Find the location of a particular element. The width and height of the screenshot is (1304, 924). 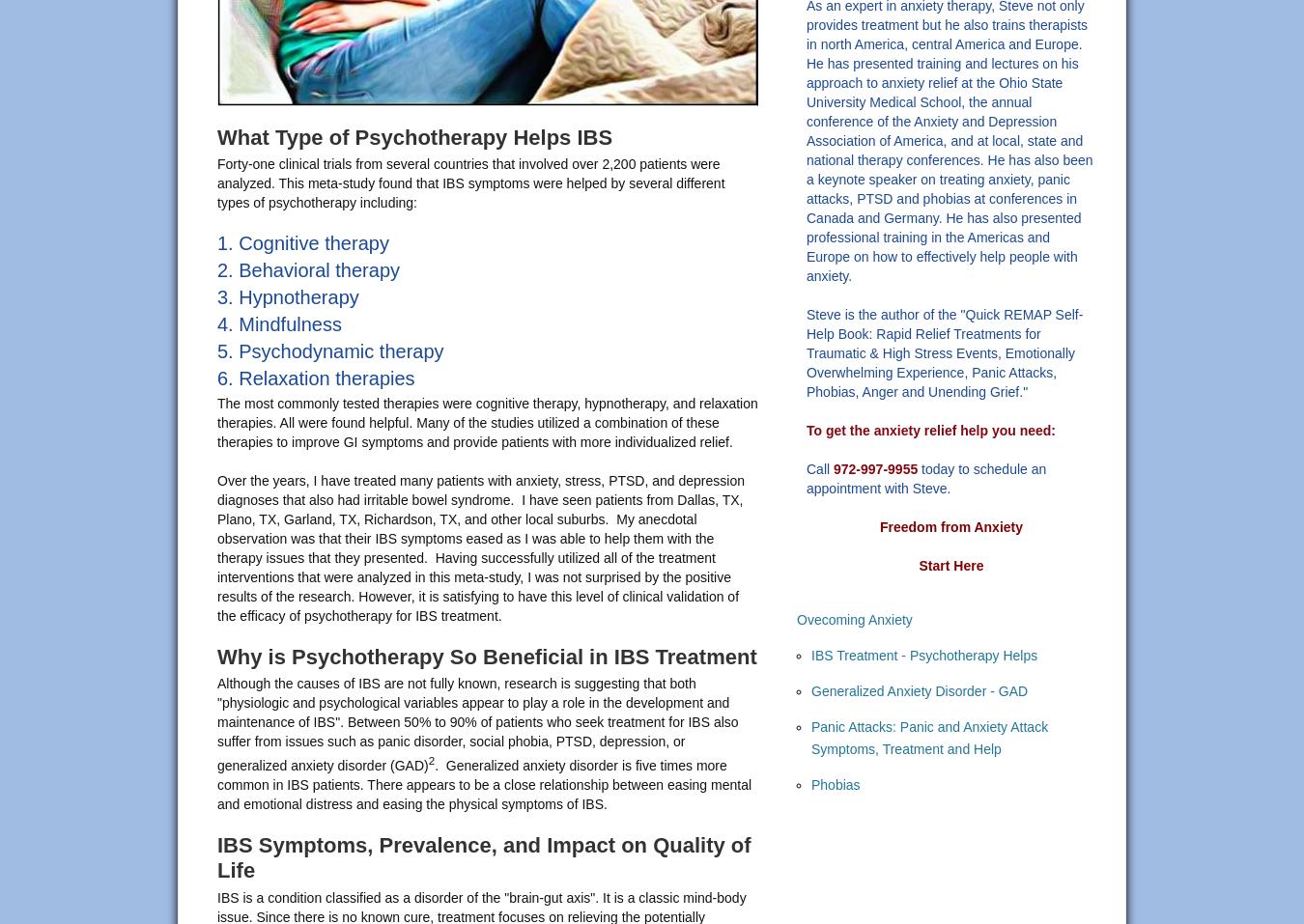

'Steve is the author of the "Quick REMAP Self-Help Book: Rapid Relief Treatments for Traumatic & High Stress Events, Emotionally Overwhelming Experience, Panic Attacks, Phobias, Anger and Unending Grief."' is located at coordinates (943, 352).